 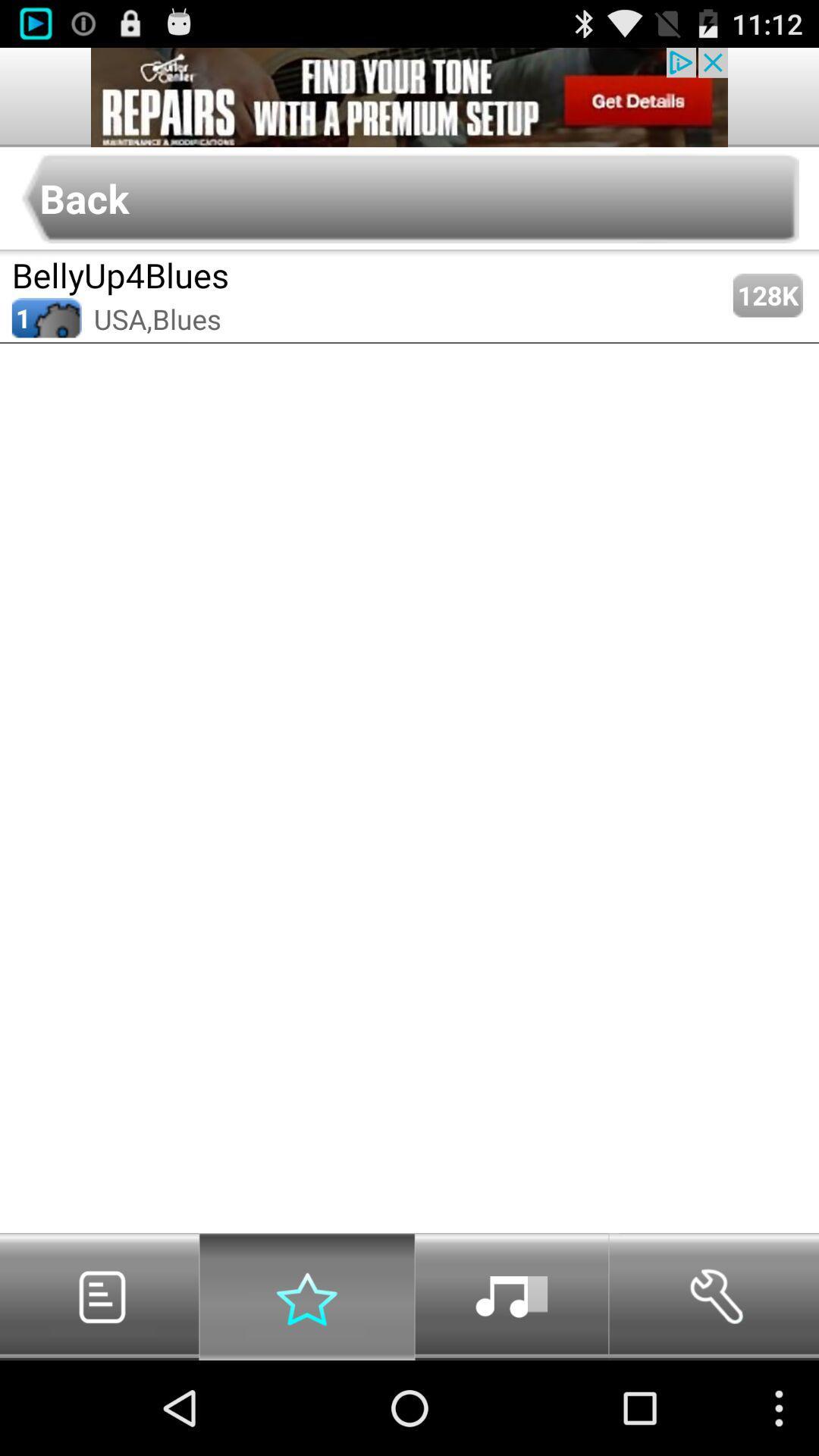 I want to click on click on advertisement, so click(x=409, y=96).